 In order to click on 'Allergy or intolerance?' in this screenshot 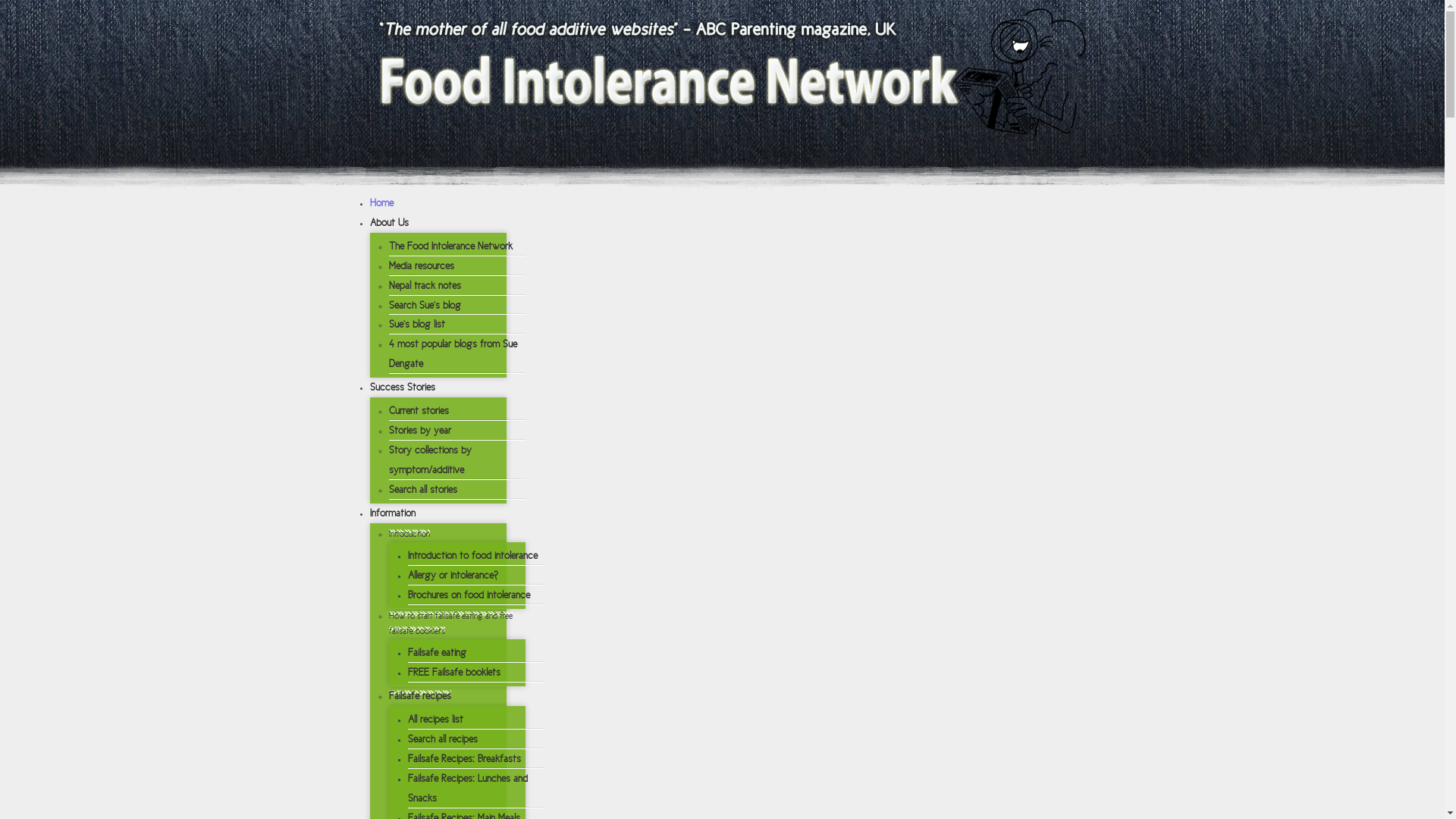, I will do `click(452, 575)`.